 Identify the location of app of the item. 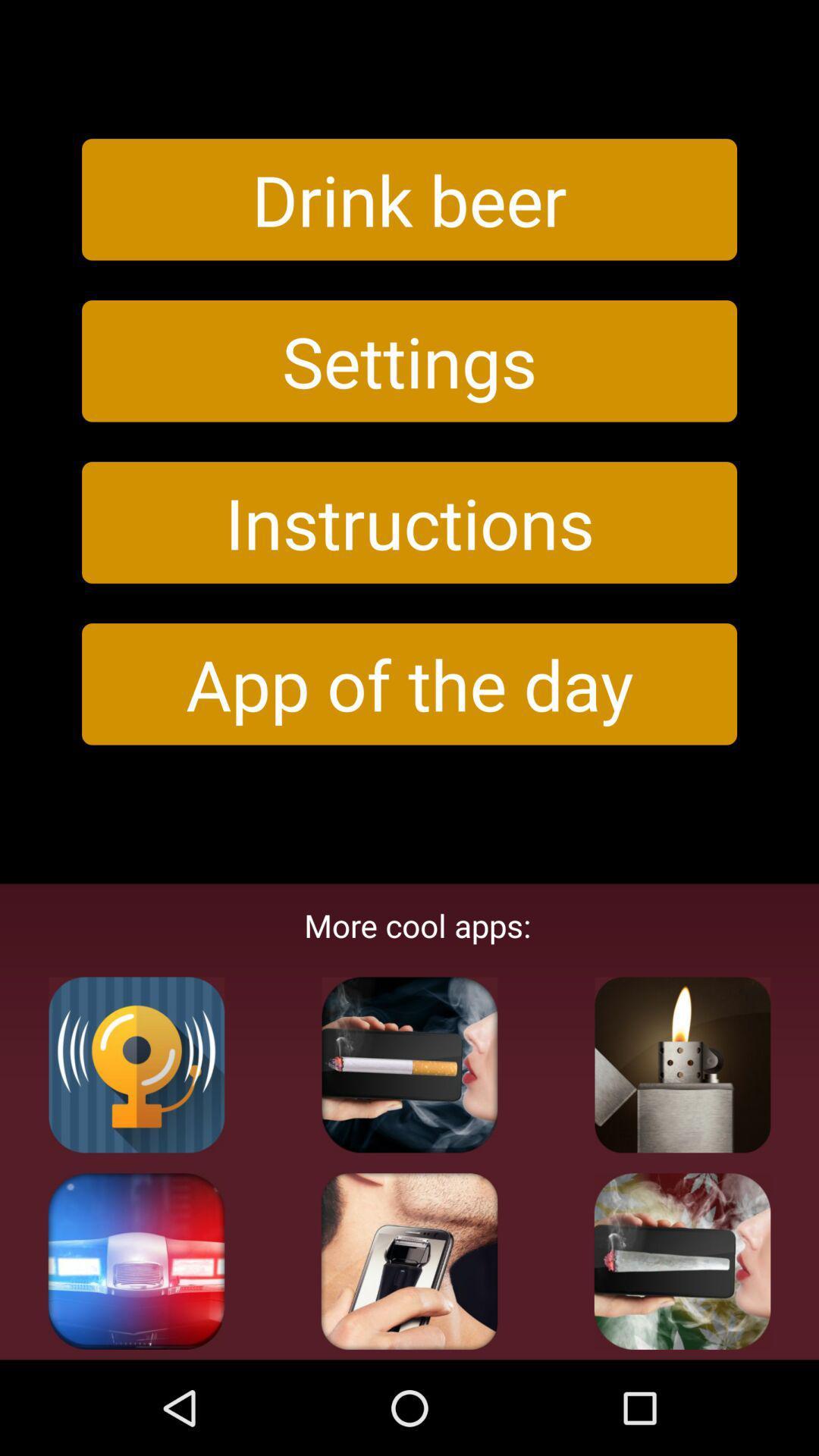
(409, 683).